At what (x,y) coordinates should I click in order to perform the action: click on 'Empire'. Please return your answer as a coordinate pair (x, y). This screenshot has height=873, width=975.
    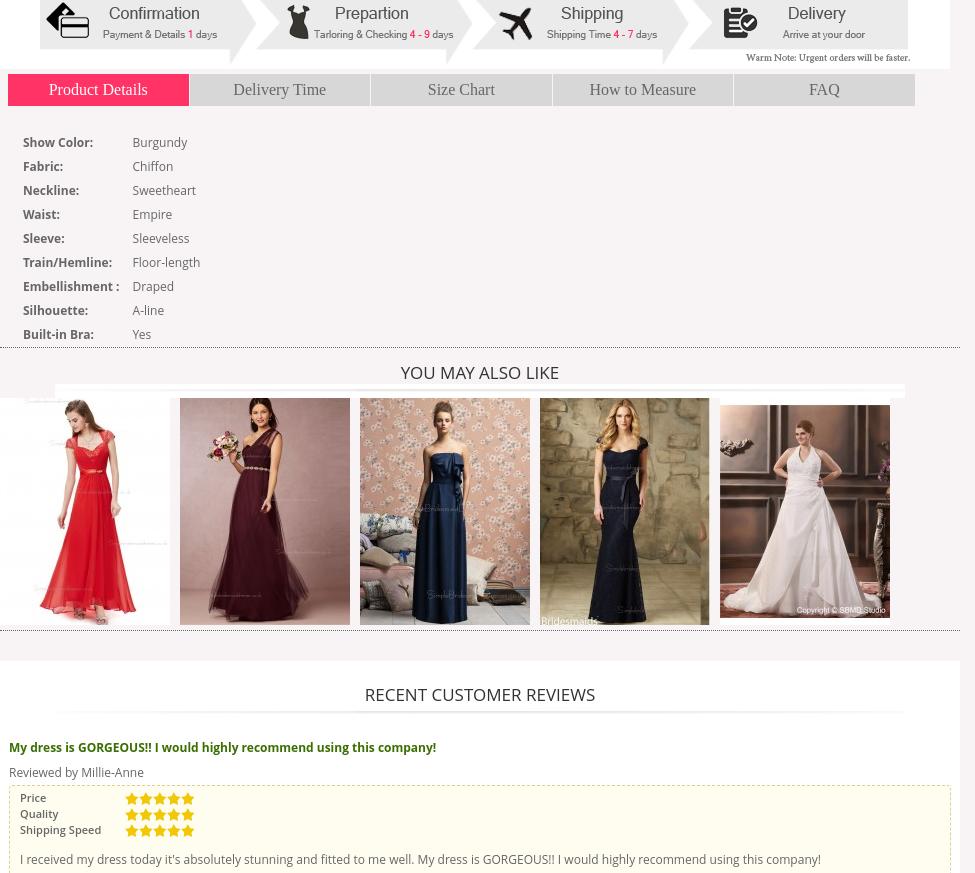
    Looking at the image, I should click on (151, 213).